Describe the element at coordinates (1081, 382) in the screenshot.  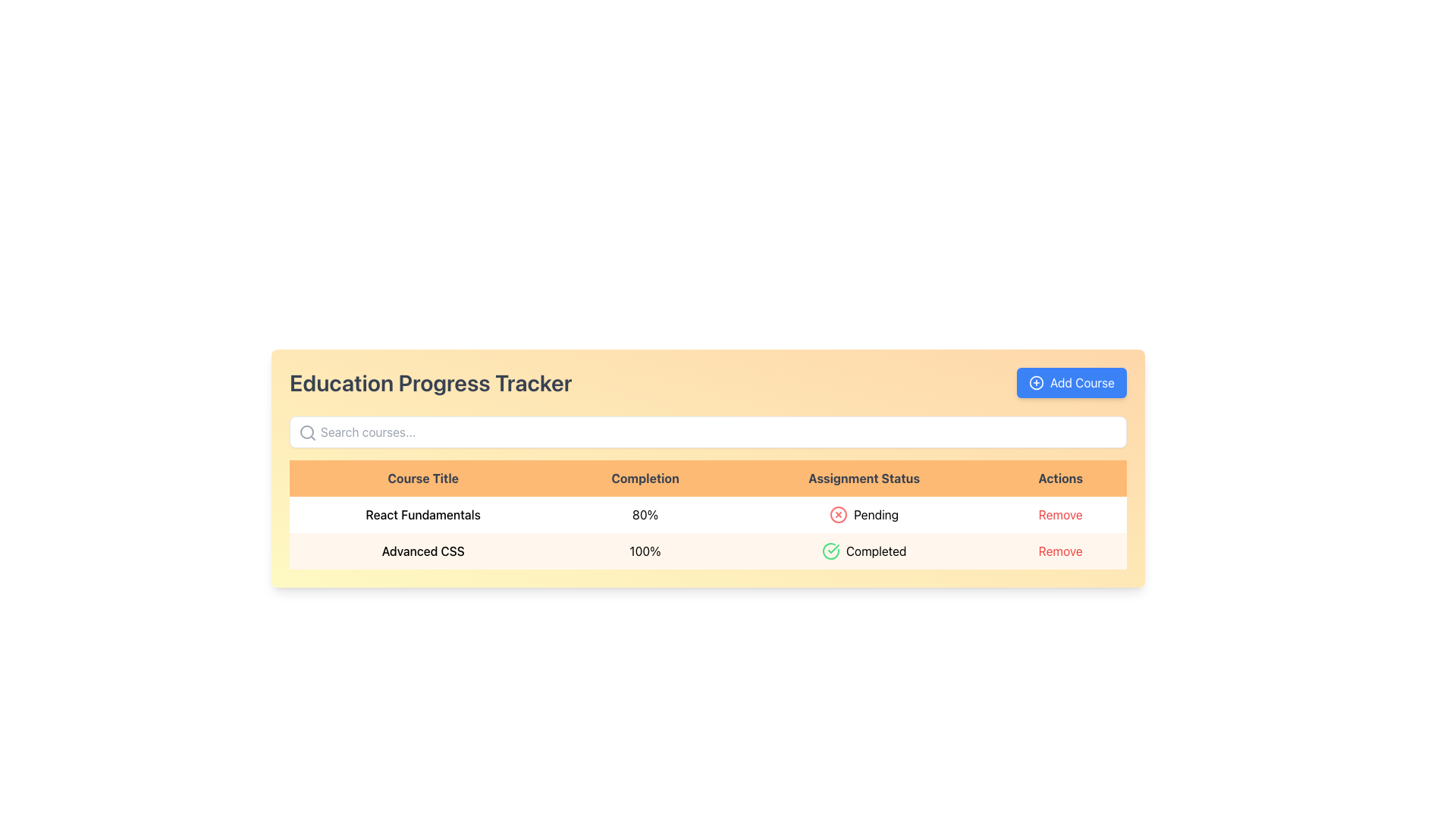
I see `the blue button labeled 'Add Course' located in the top-right corner of the card interface` at that location.